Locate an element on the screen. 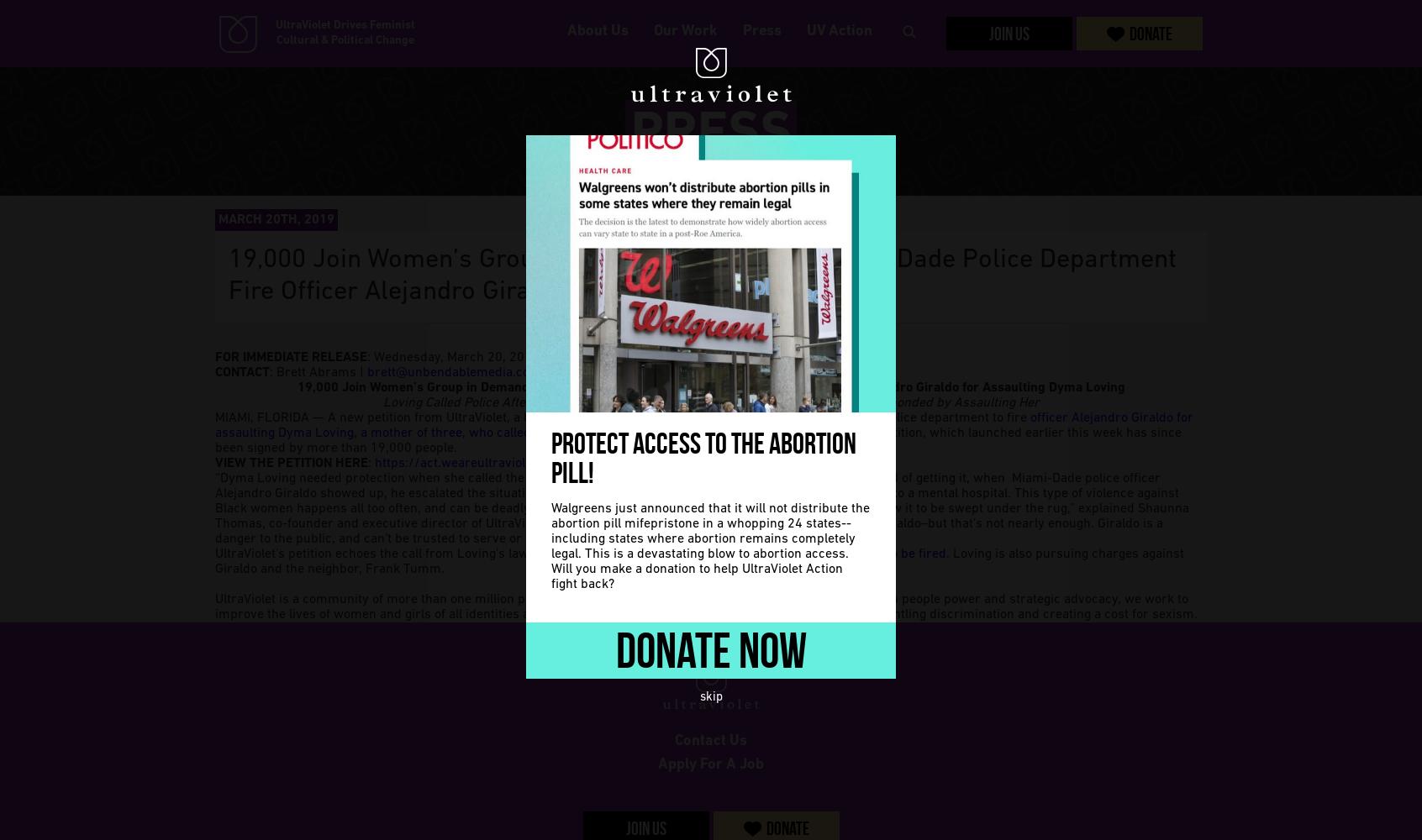 The width and height of the screenshot is (1422, 840). 'March 20th, 2019' is located at coordinates (275, 220).